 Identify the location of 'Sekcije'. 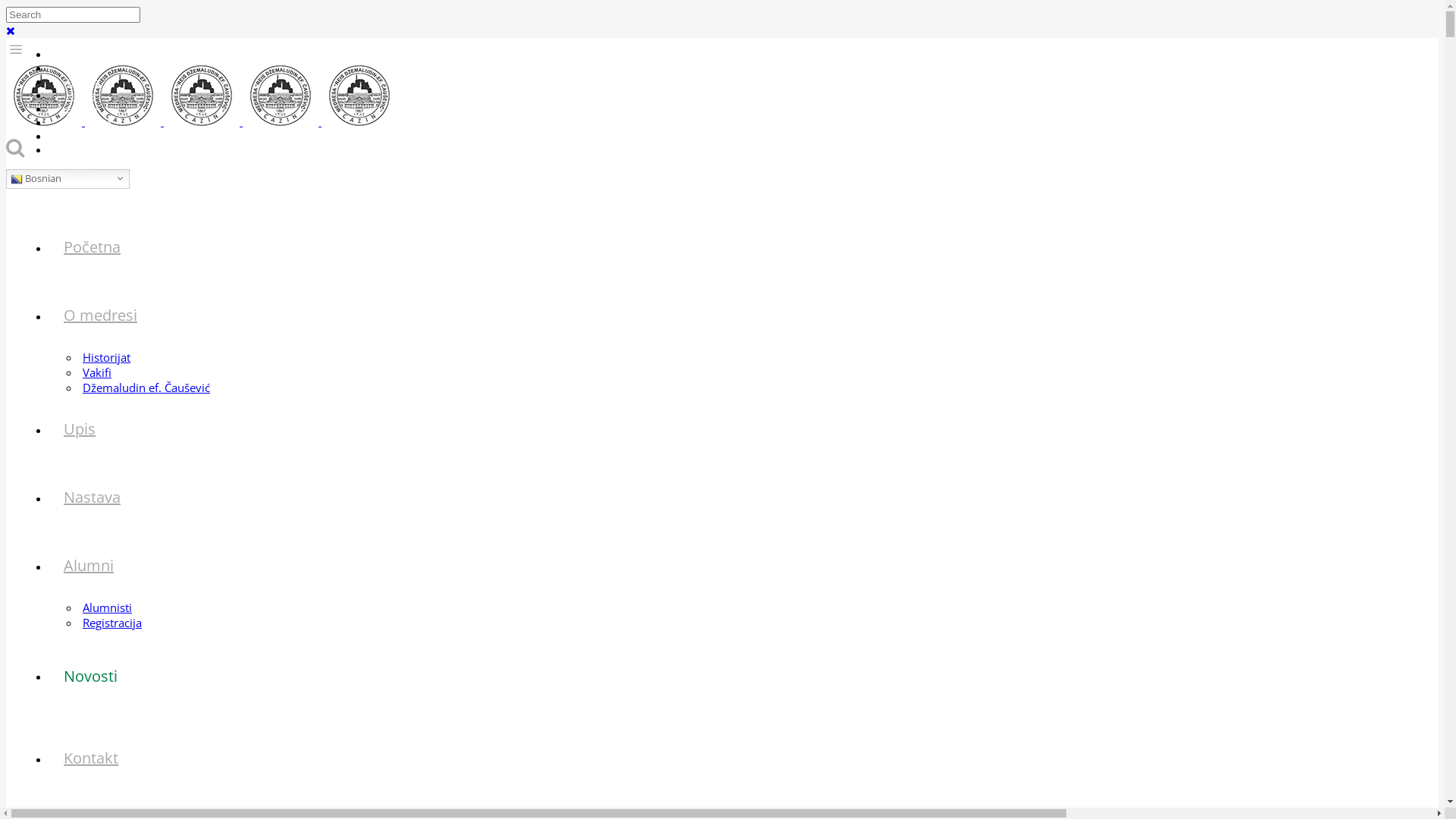
(73, 108).